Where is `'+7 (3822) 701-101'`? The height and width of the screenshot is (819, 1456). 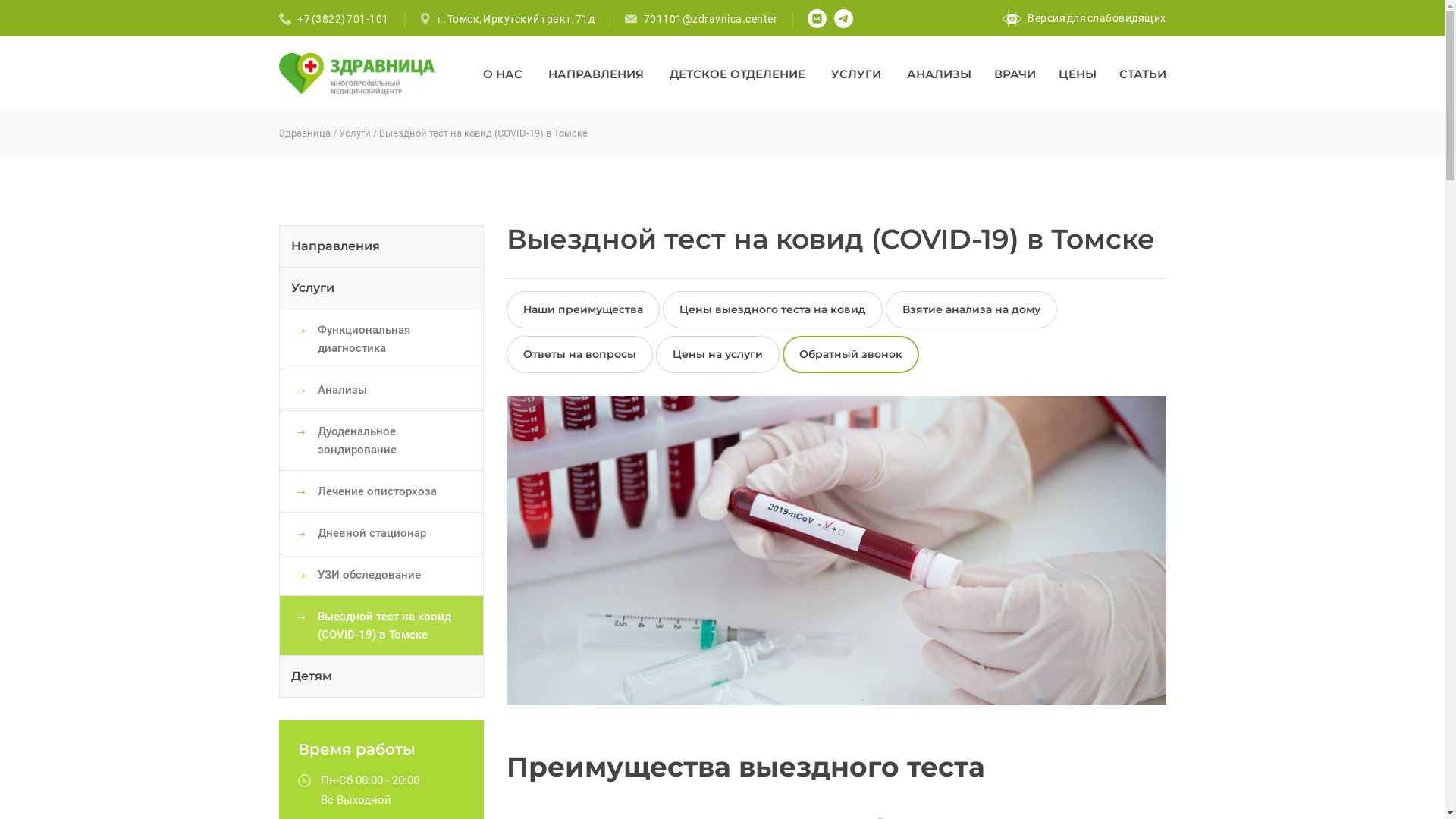
'+7 (3822) 701-101' is located at coordinates (342, 18).